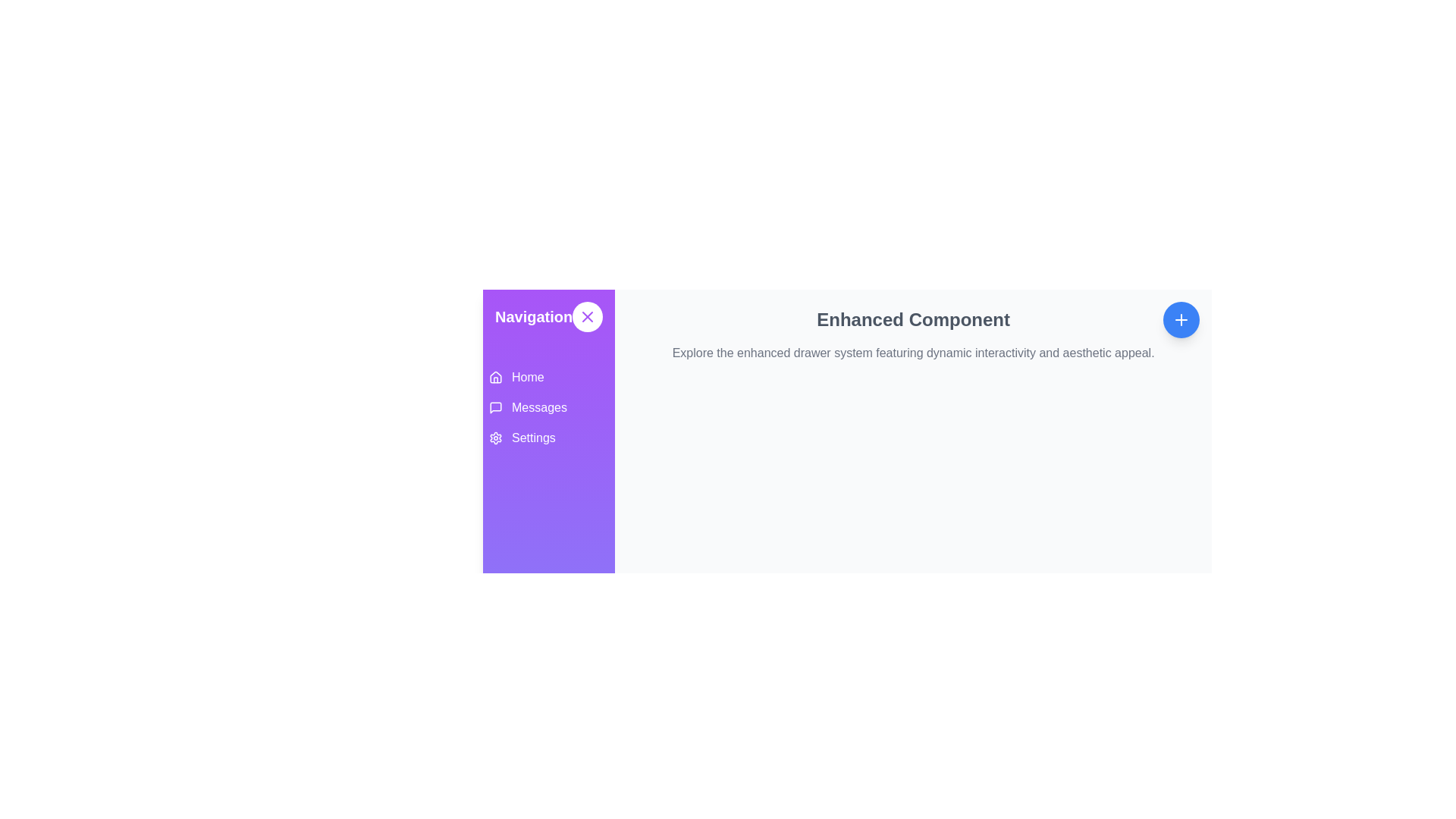 Image resolution: width=1456 pixels, height=819 pixels. I want to click on the text label that provides descriptive information about the enhanced drawer system, located in the center-right of the application interface, below the header 'Enhanced Component', so click(912, 353).